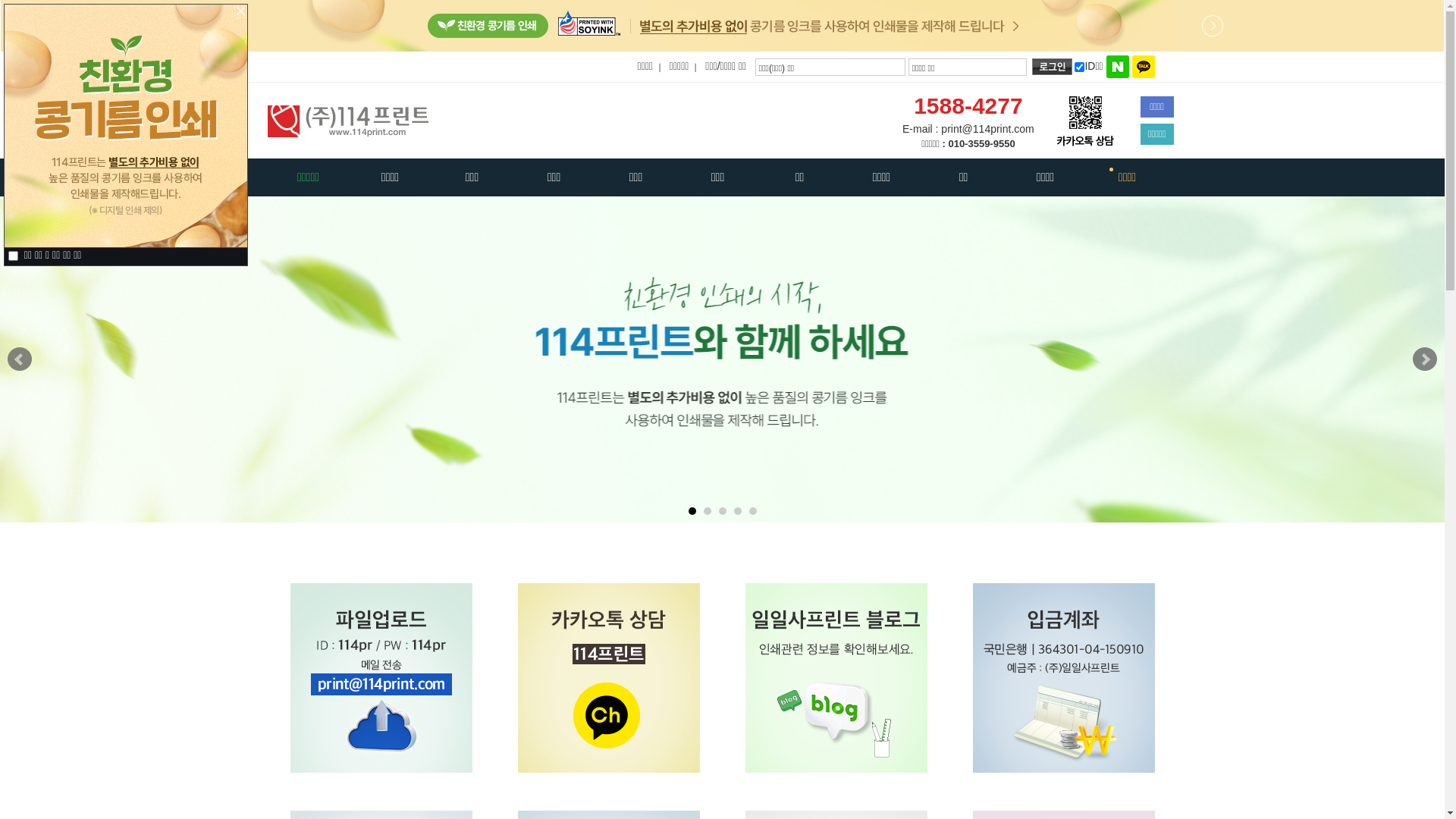 This screenshot has width=1456, height=819. What do you see at coordinates (691, 511) in the screenshot?
I see `'1'` at bounding box center [691, 511].